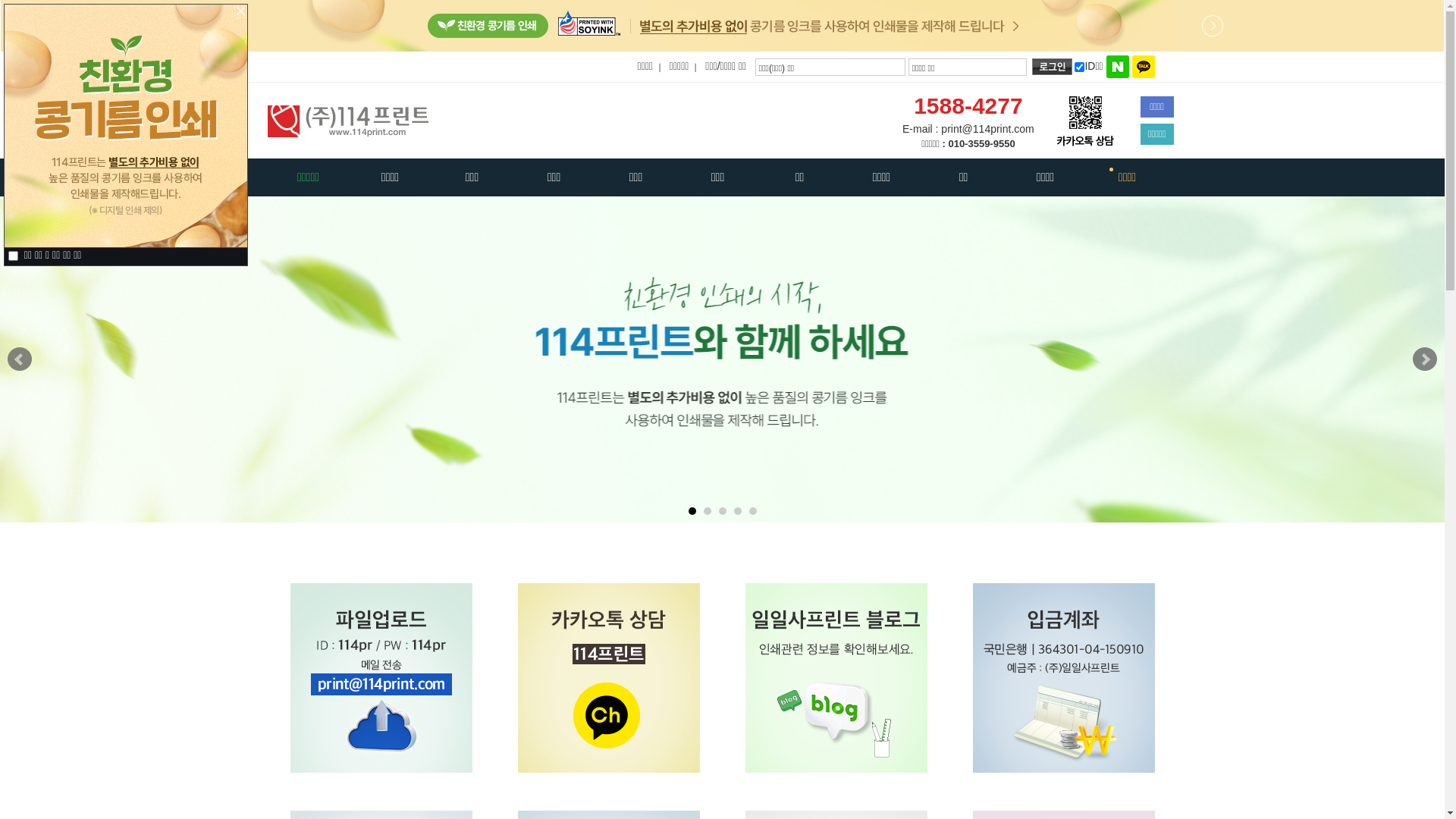 This screenshot has width=1456, height=819. What do you see at coordinates (691, 511) in the screenshot?
I see `'1'` at bounding box center [691, 511].